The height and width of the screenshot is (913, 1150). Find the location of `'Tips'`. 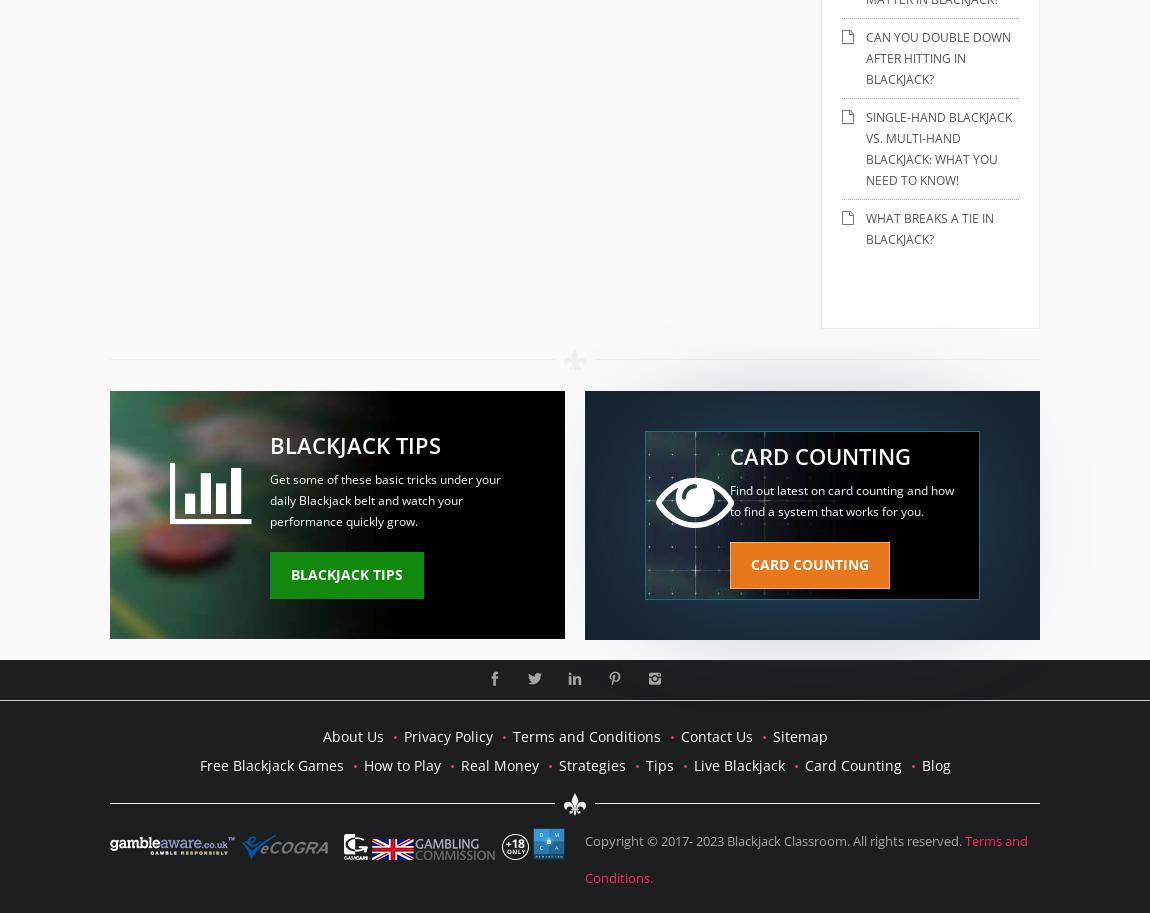

'Tips' is located at coordinates (657, 764).